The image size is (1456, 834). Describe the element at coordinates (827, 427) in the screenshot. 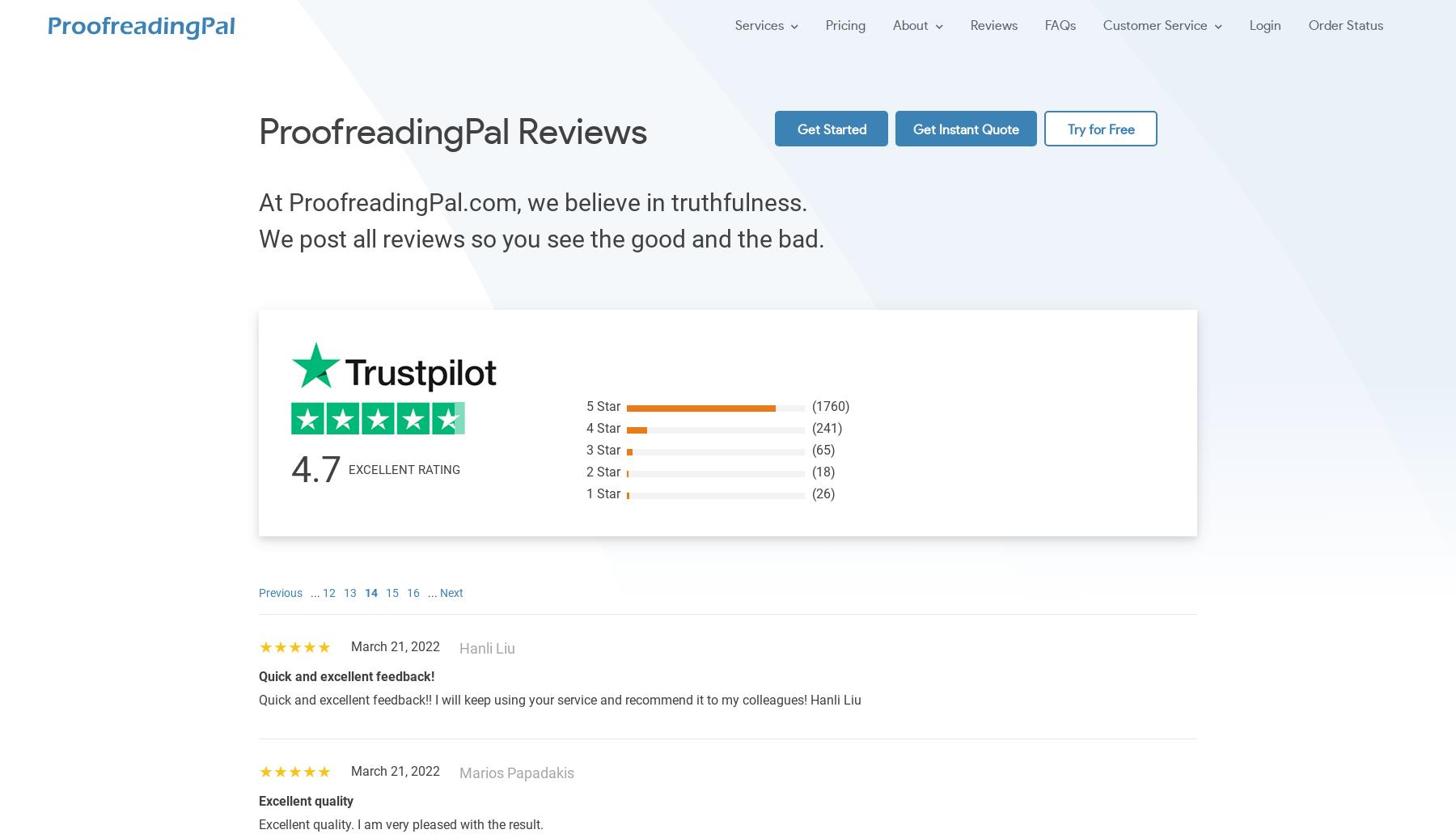

I see `'(241)'` at that location.